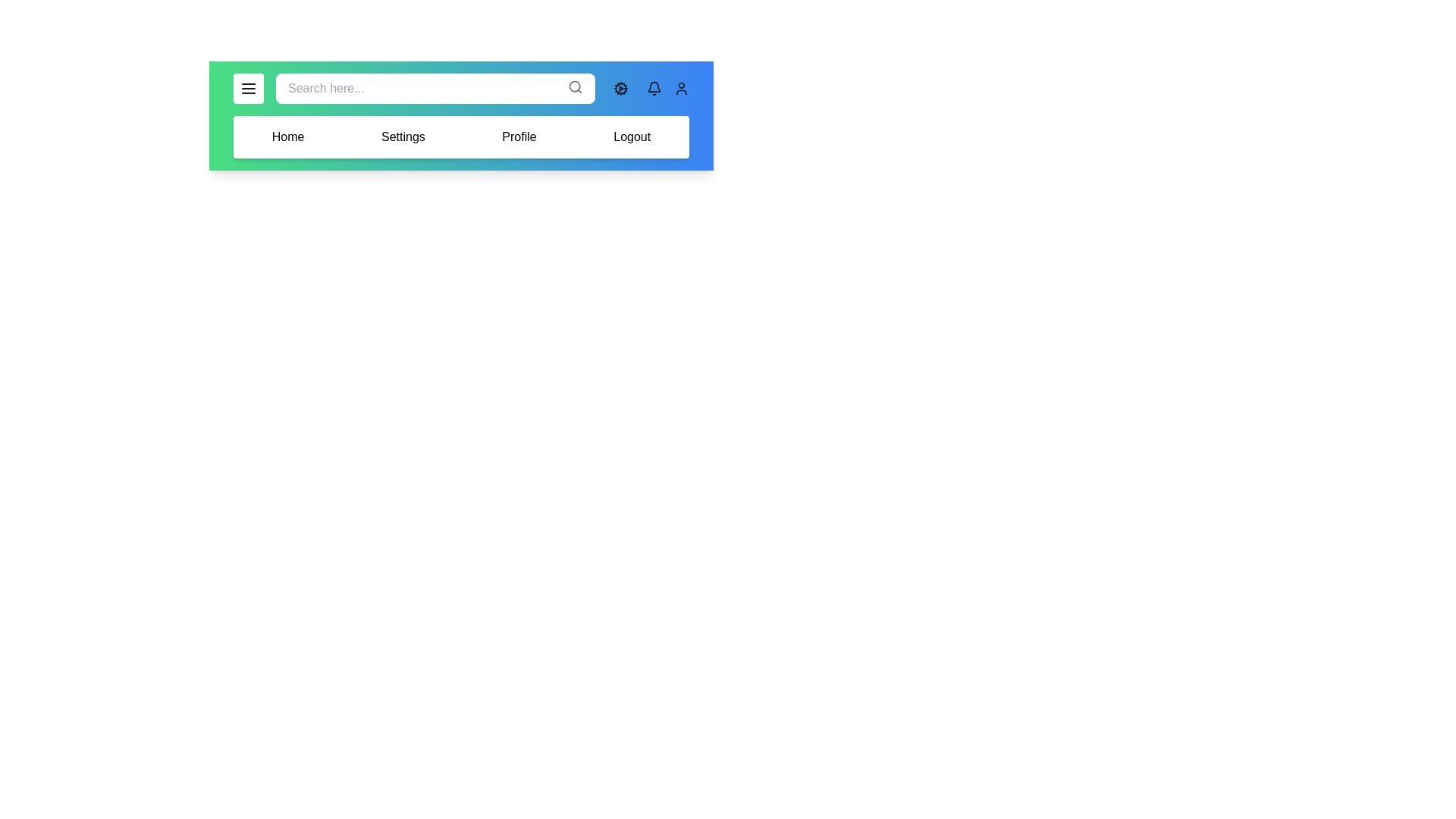  What do you see at coordinates (621, 88) in the screenshot?
I see `the cog icon to toggle dark mode` at bounding box center [621, 88].